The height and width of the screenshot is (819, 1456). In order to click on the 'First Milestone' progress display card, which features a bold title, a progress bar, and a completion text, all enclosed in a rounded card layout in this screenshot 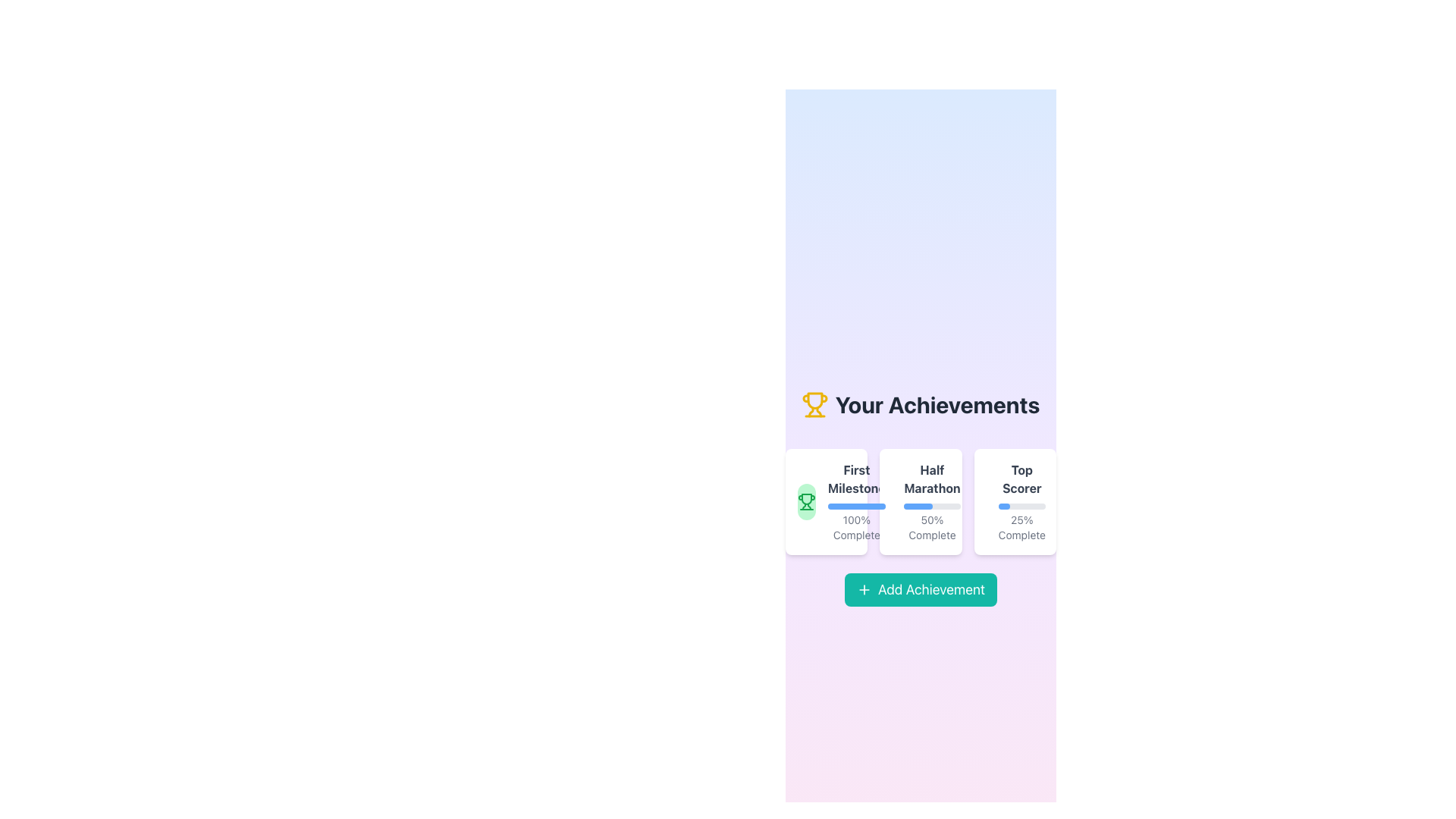, I will do `click(856, 502)`.